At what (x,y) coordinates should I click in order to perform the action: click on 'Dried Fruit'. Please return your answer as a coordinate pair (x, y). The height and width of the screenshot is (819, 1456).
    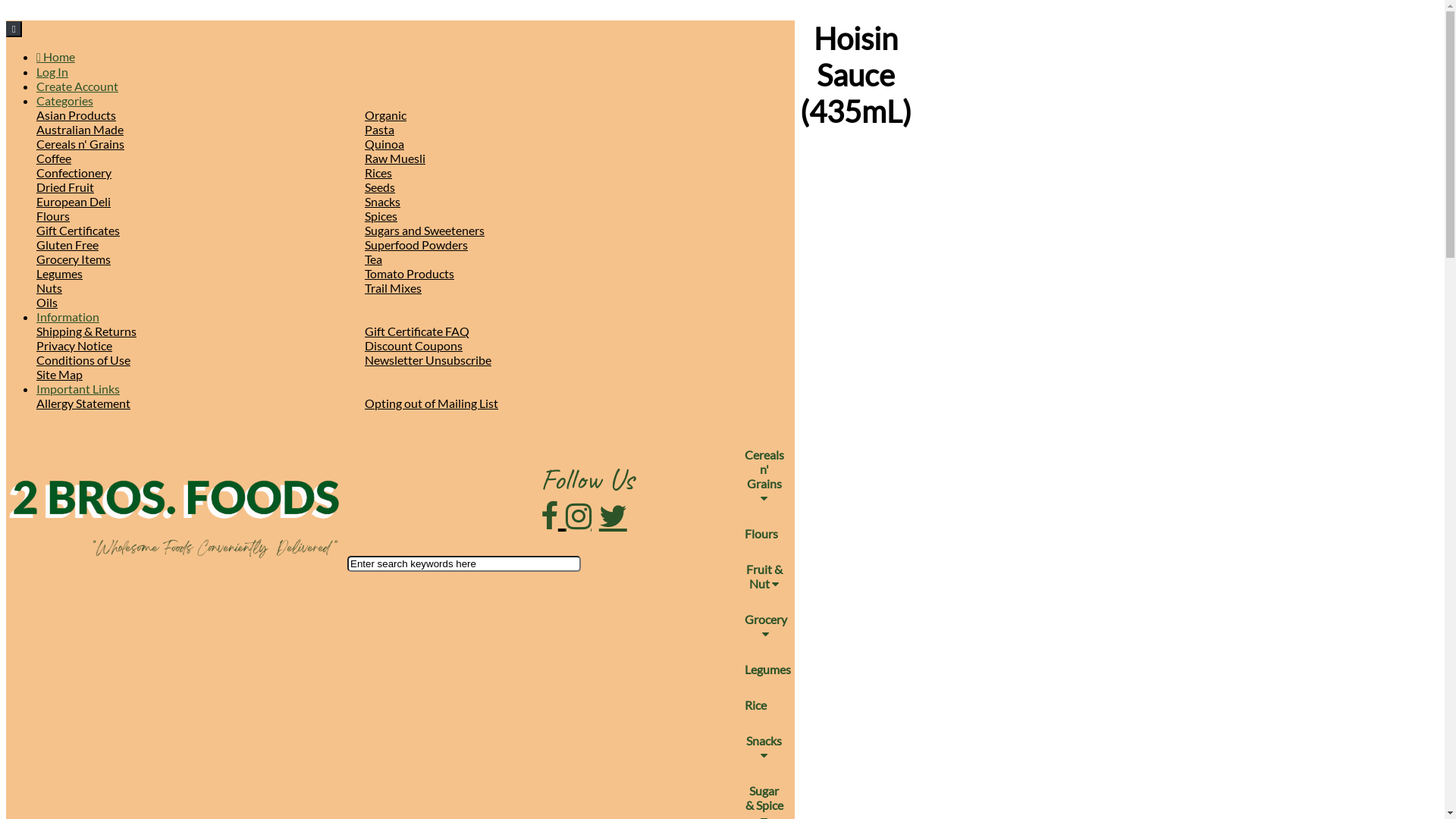
    Looking at the image, I should click on (64, 186).